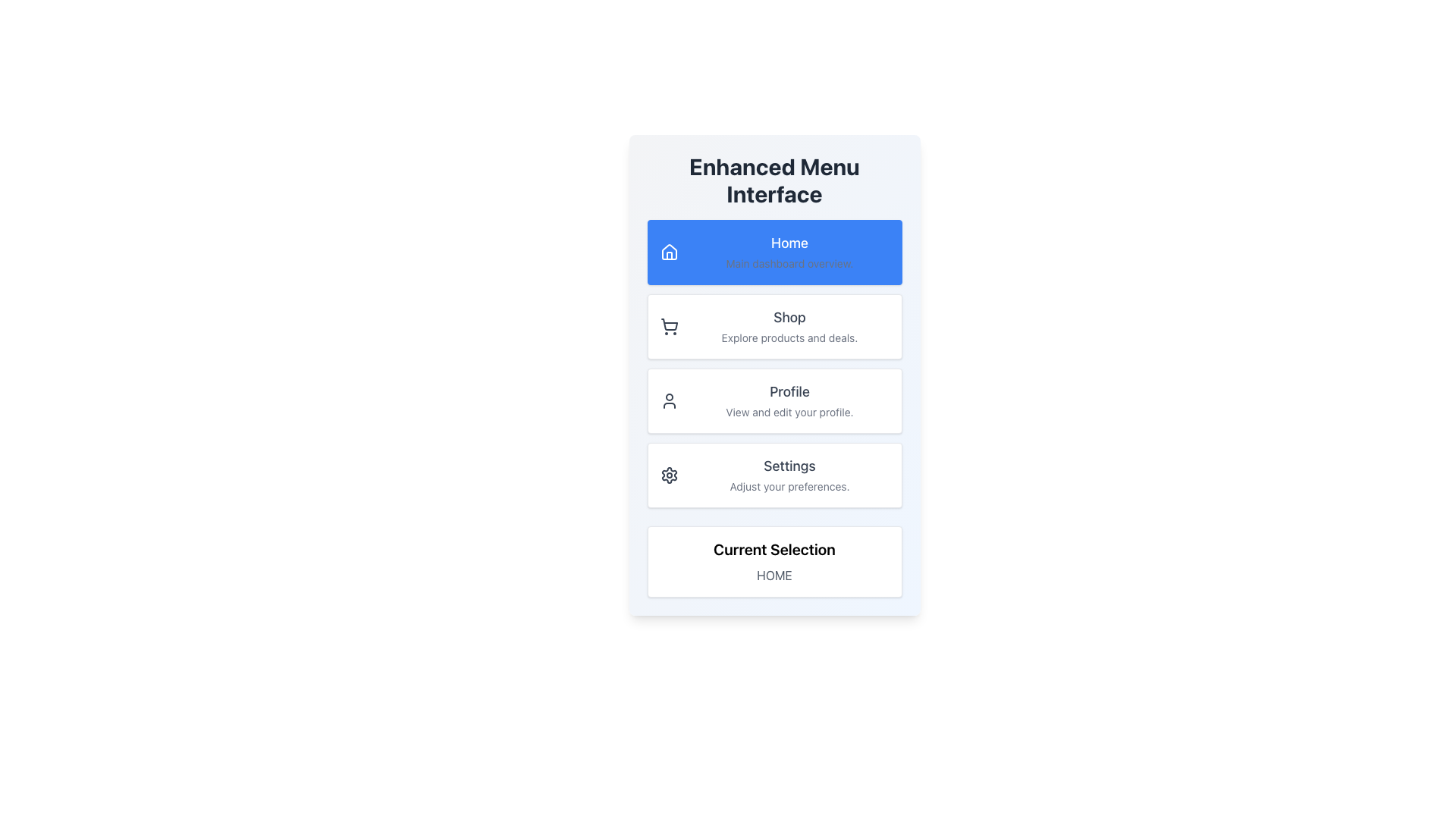  What do you see at coordinates (789, 412) in the screenshot?
I see `the descriptive subtitle for the 'Profile' menu option, which provides context about viewing and editing the user's profile` at bounding box center [789, 412].